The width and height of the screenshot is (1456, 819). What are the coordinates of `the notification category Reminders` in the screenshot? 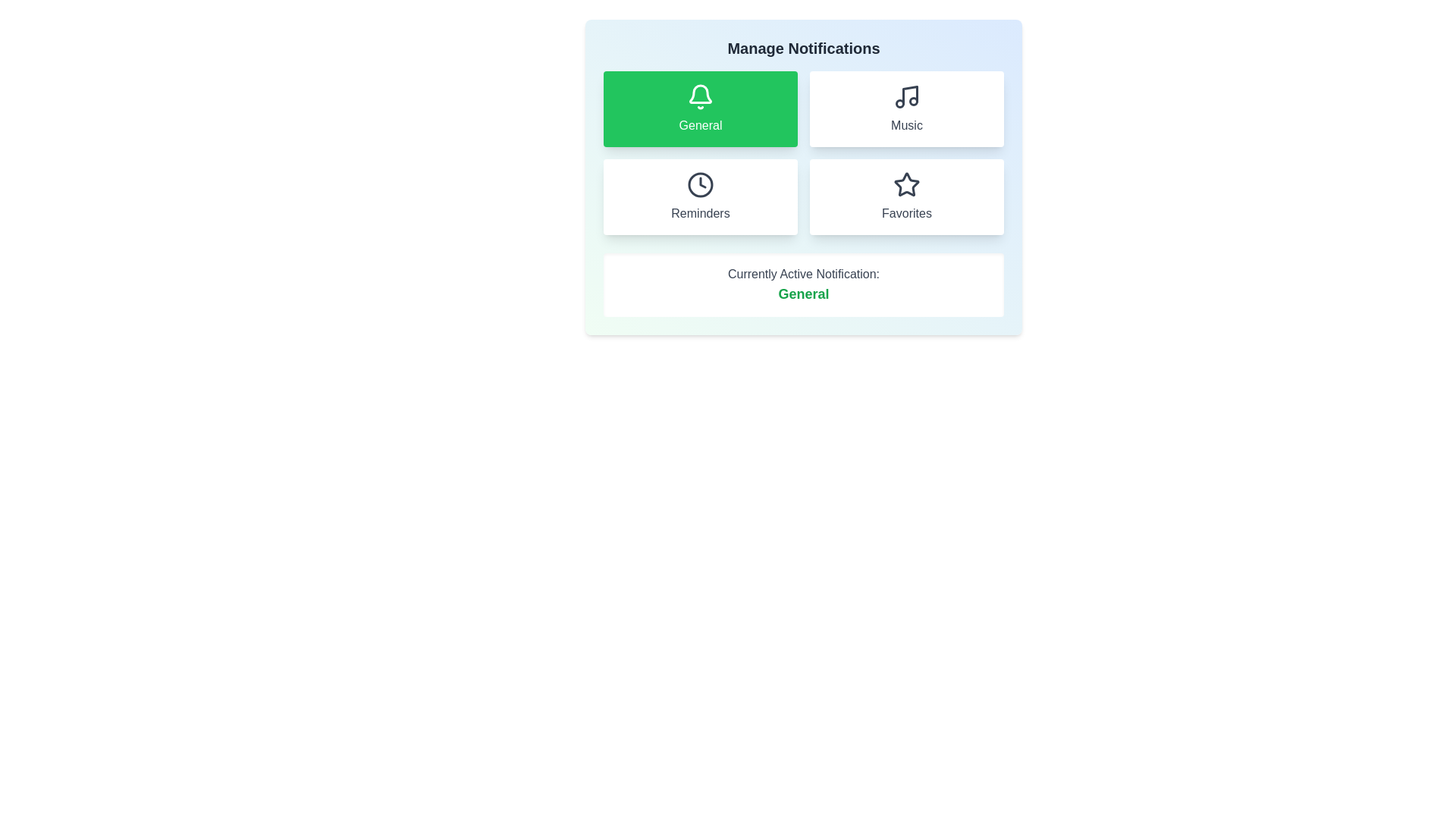 It's located at (700, 196).